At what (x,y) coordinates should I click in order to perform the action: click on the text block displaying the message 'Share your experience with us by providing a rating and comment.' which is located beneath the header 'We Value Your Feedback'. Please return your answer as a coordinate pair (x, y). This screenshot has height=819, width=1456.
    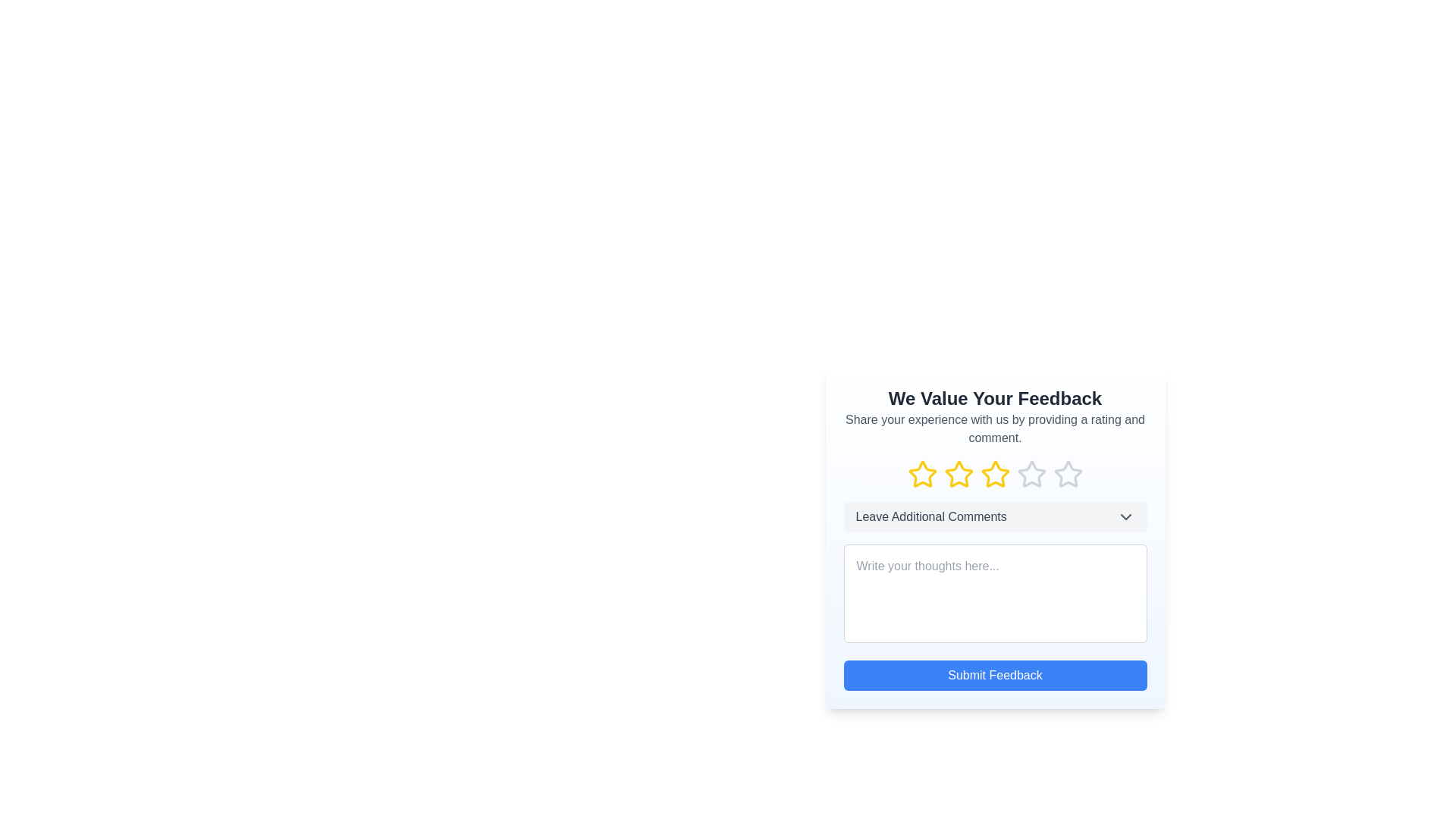
    Looking at the image, I should click on (995, 429).